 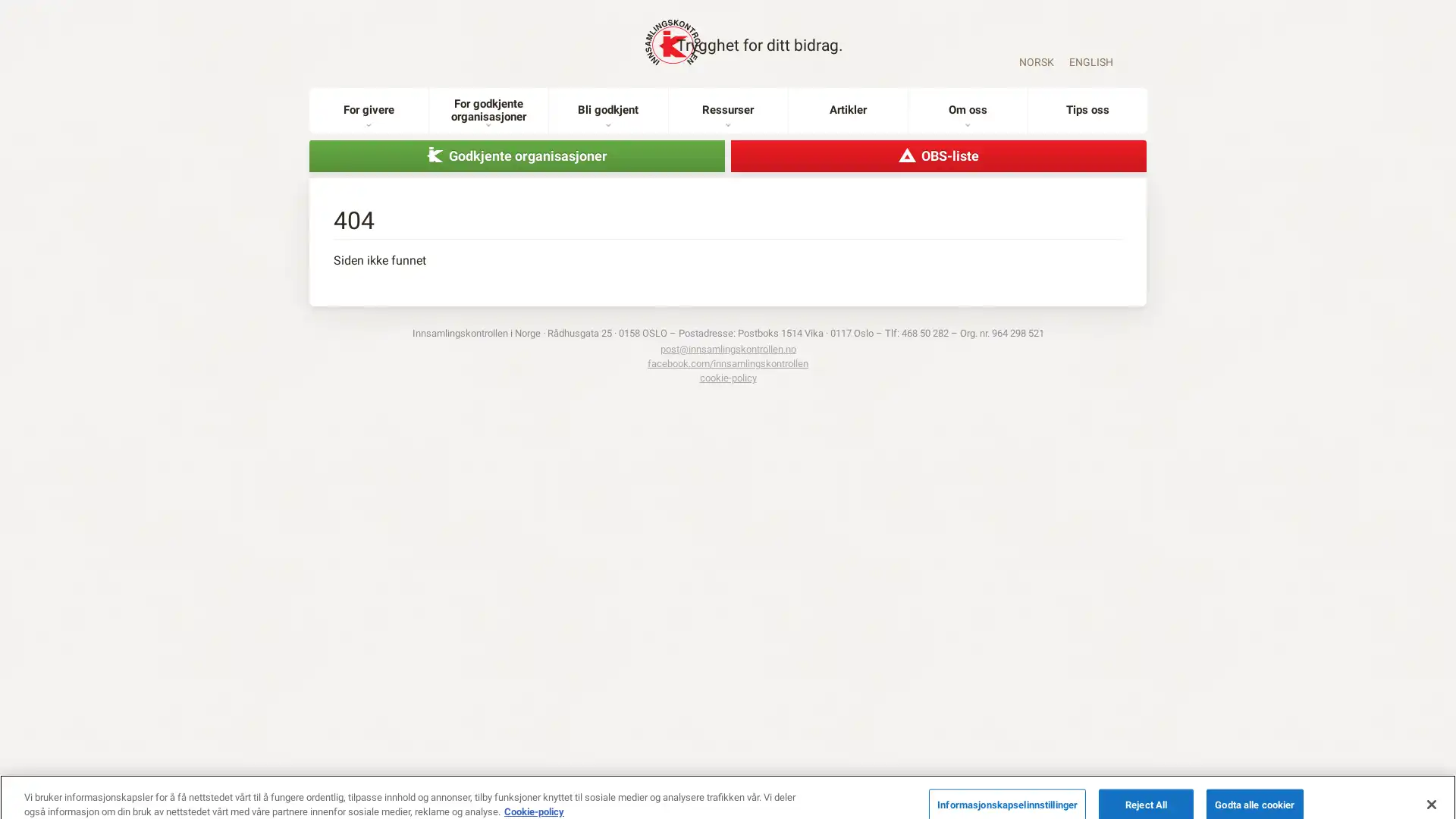 What do you see at coordinates (1254, 786) in the screenshot?
I see `Godta alle cookier` at bounding box center [1254, 786].